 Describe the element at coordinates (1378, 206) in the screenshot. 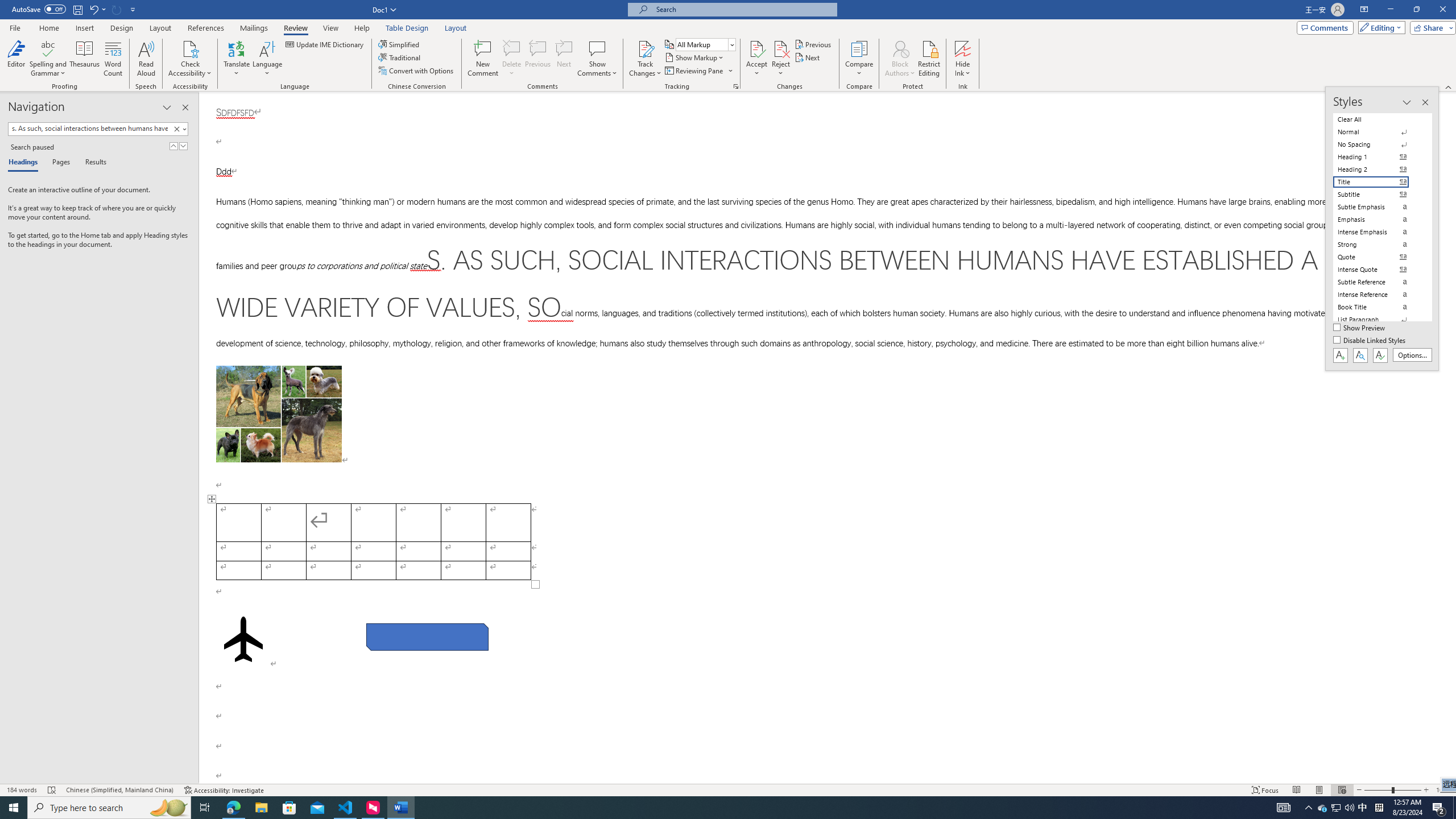

I see `'Subtle Emphasis'` at that location.